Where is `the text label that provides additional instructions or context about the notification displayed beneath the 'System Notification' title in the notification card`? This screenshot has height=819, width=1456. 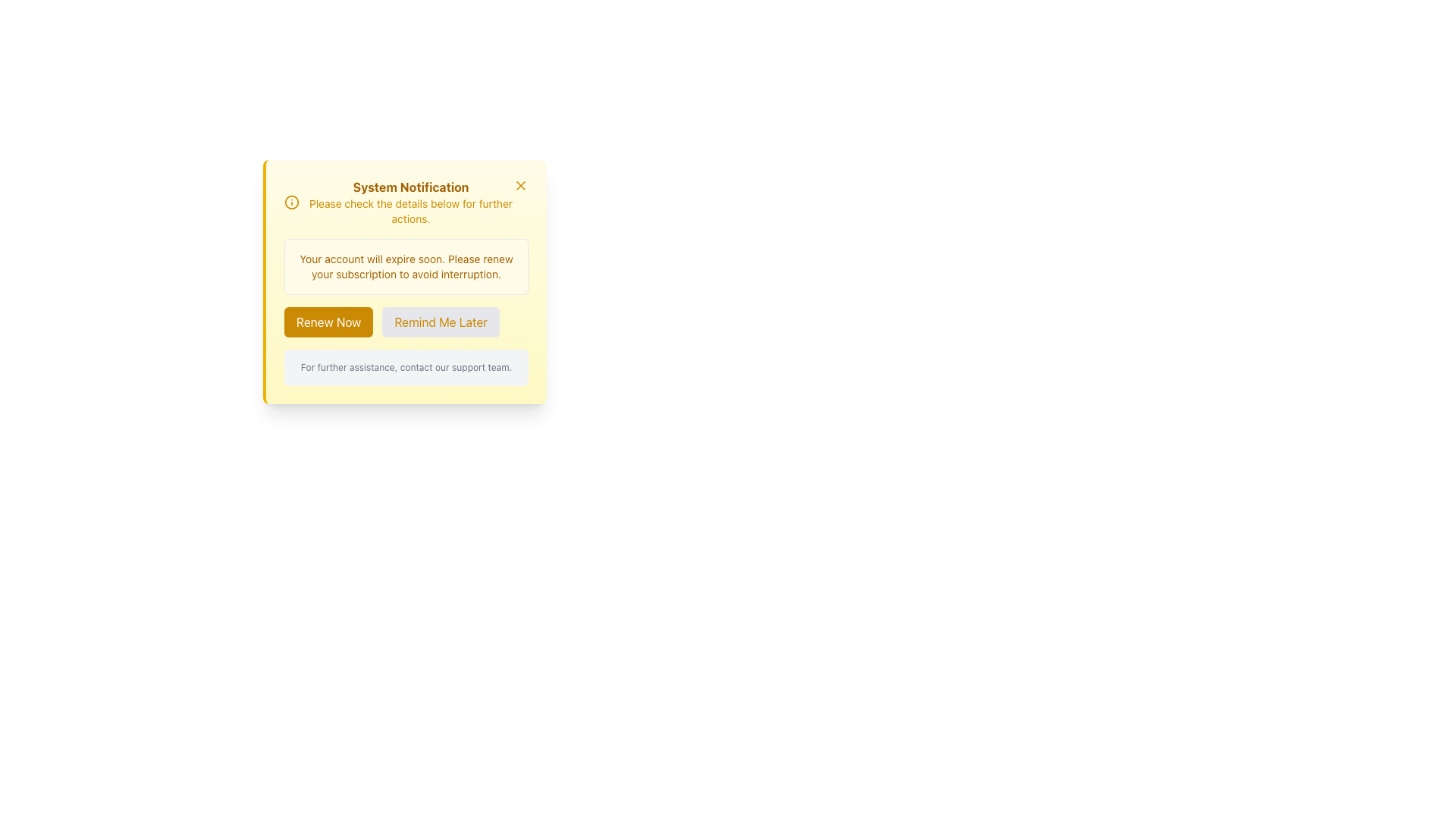 the text label that provides additional instructions or context about the notification displayed beneath the 'System Notification' title in the notification card is located at coordinates (411, 211).